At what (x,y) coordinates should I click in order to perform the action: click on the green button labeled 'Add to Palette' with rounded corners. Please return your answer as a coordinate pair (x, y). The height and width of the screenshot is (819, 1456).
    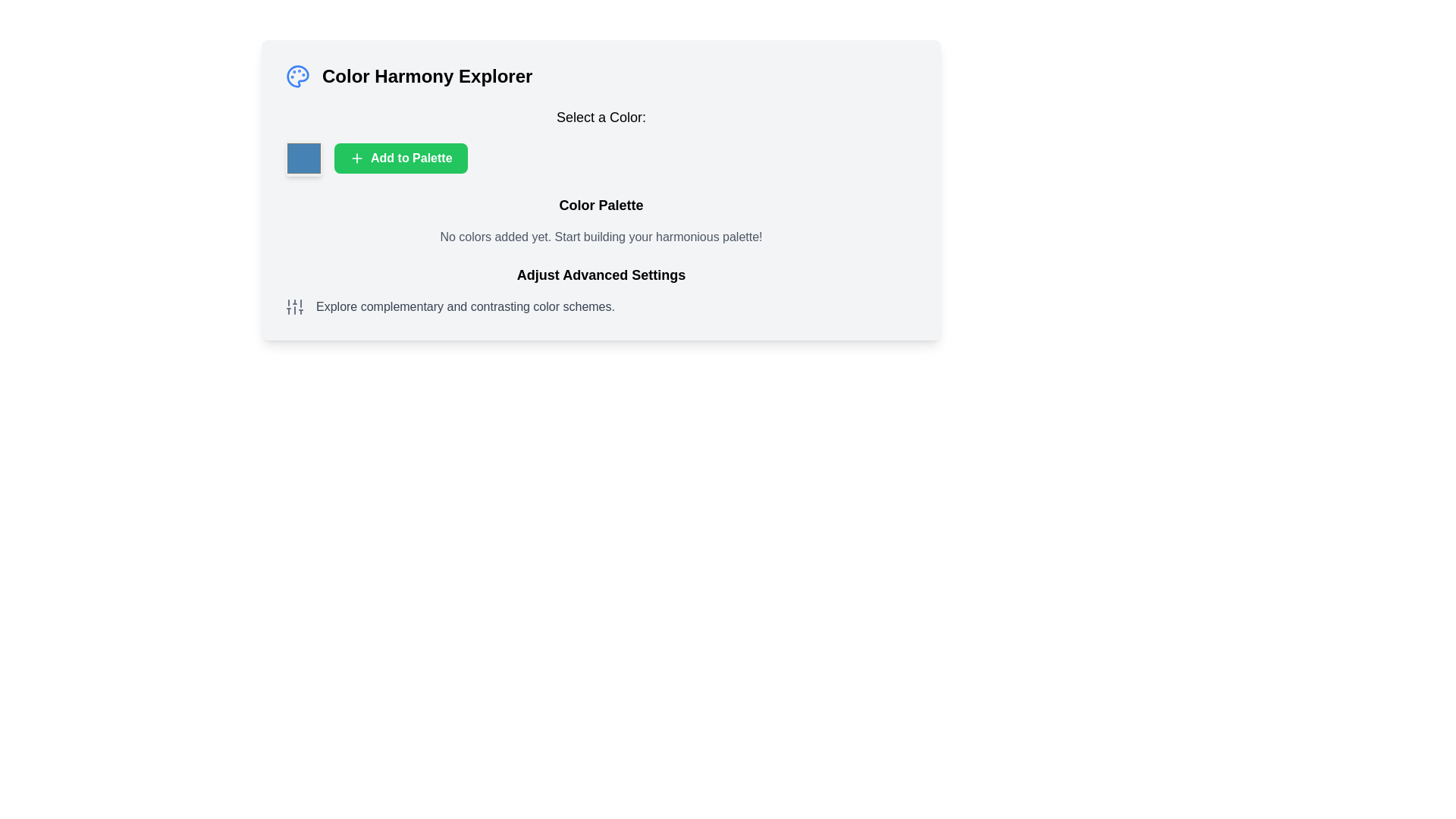
    Looking at the image, I should click on (400, 158).